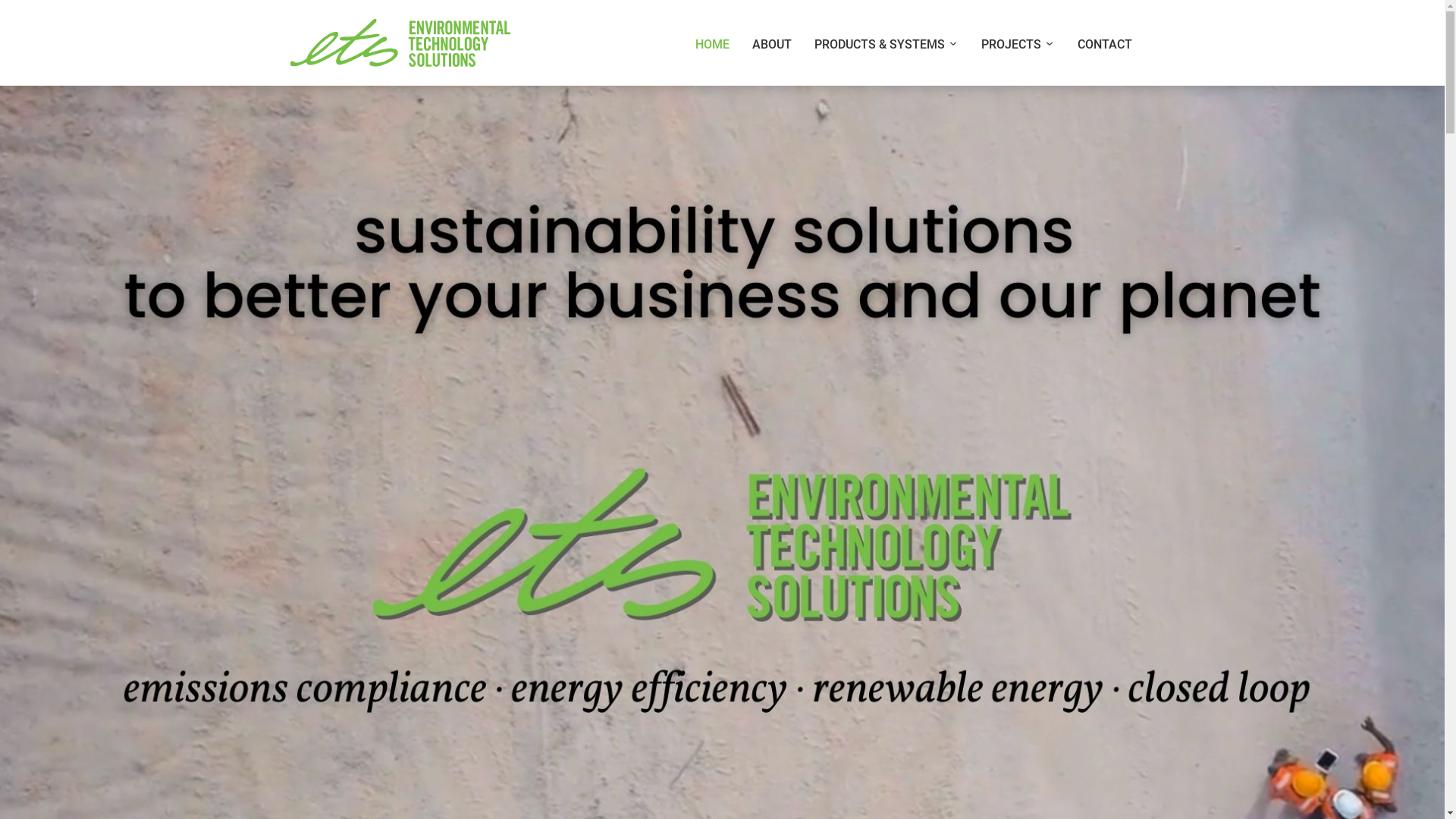 The image size is (1456, 819). I want to click on 'PROJECTS', so click(1017, 43).